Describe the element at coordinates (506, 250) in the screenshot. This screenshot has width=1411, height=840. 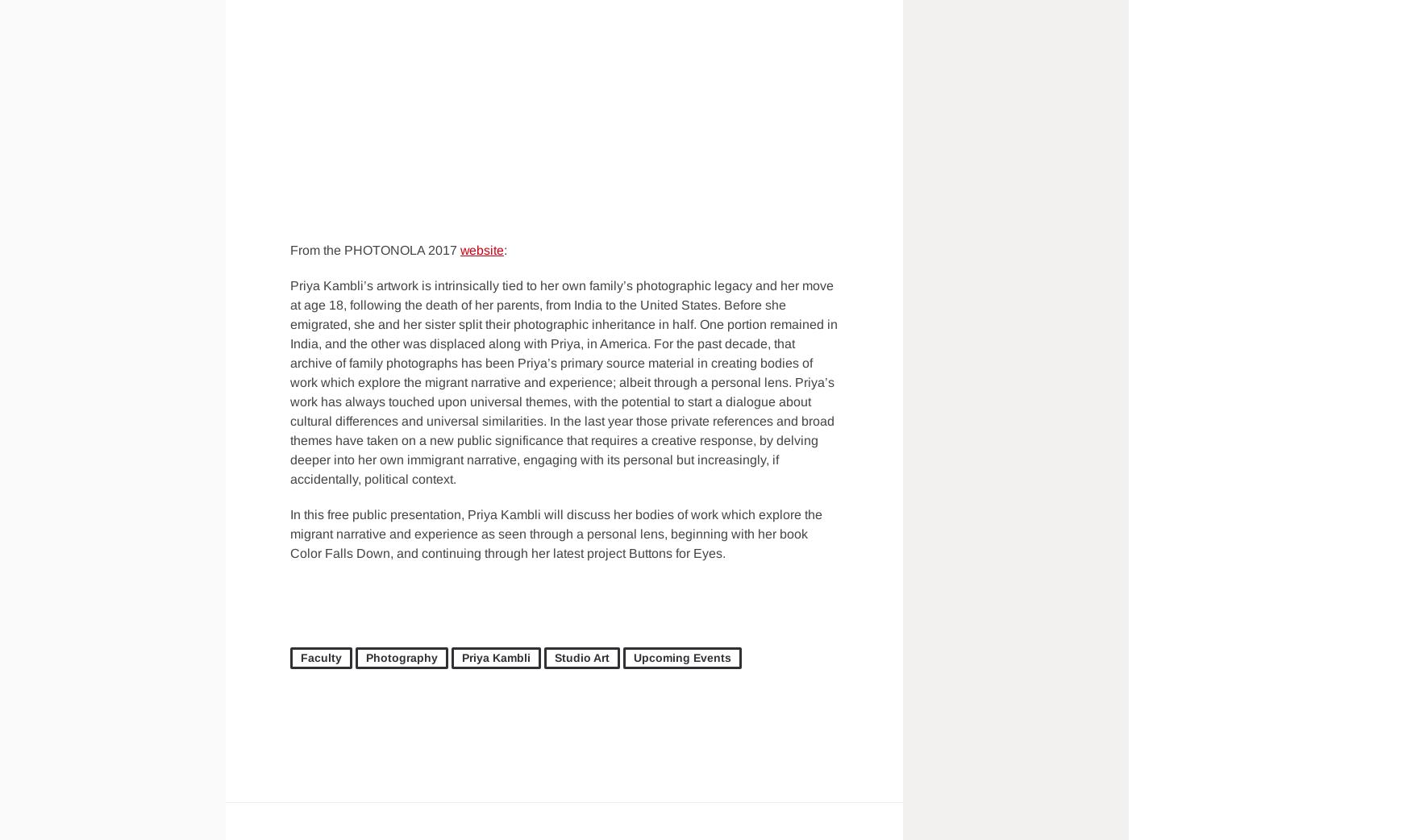
I see `':'` at that location.